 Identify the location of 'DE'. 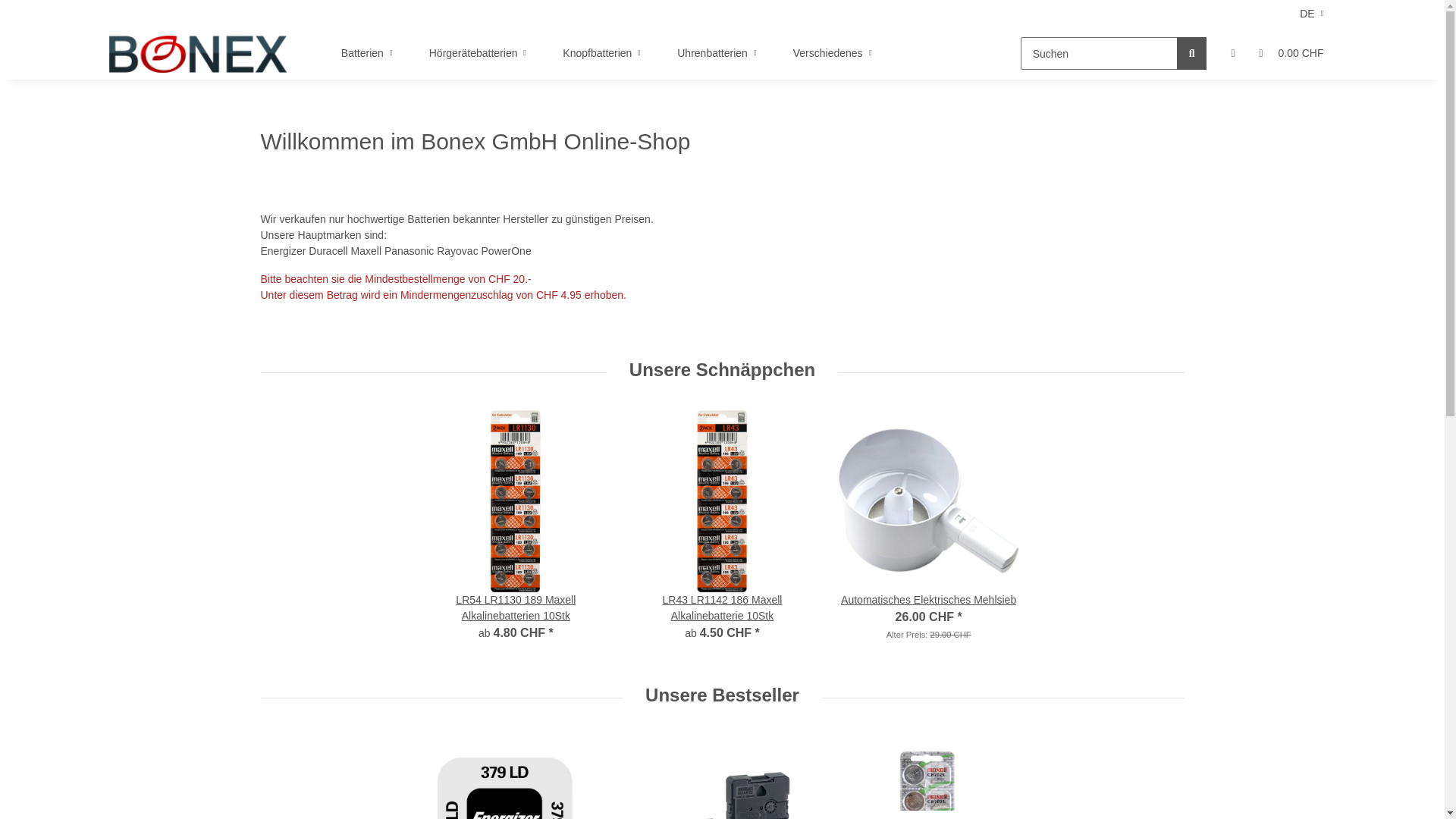
(1310, 14).